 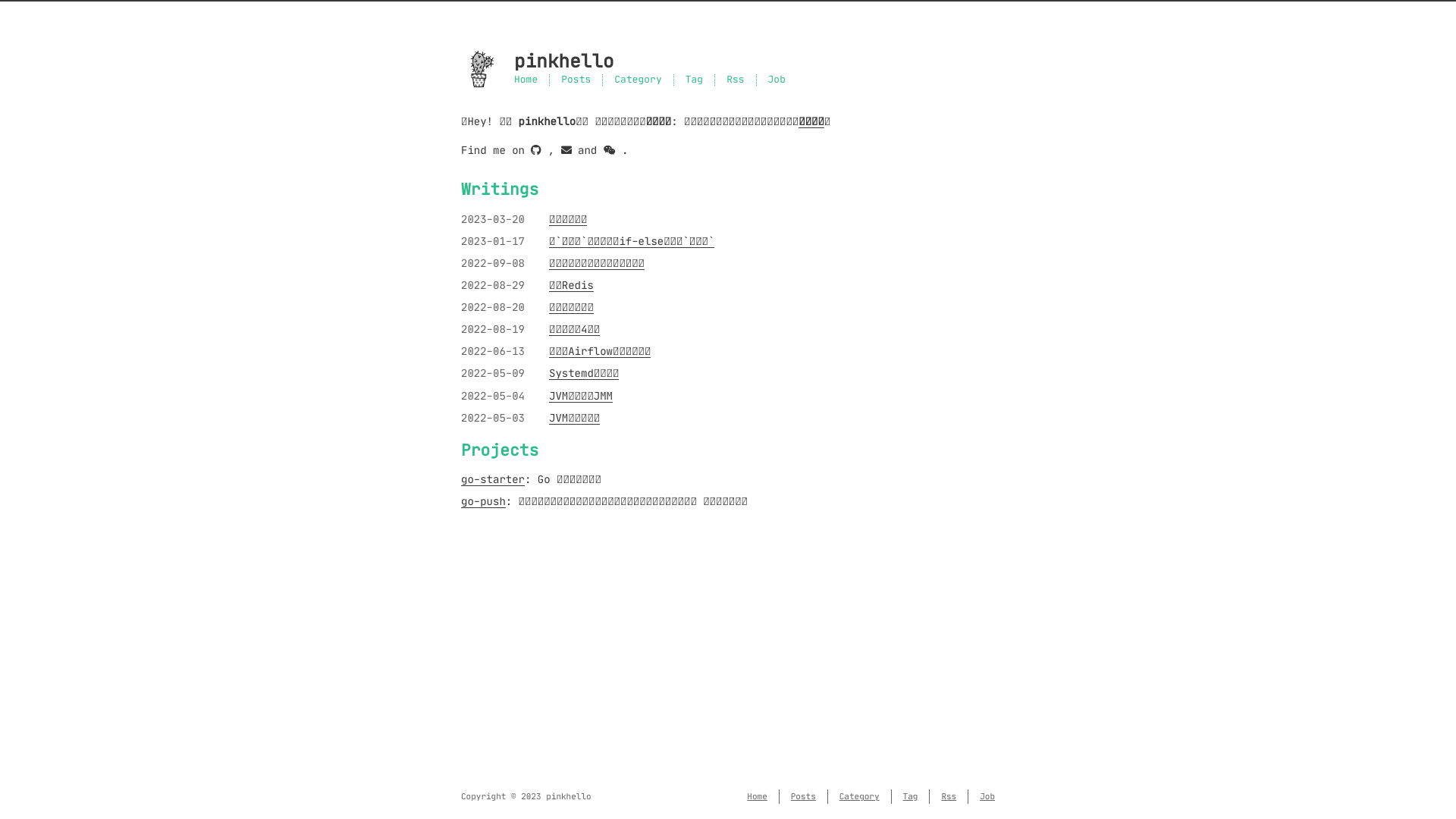 What do you see at coordinates (757, 795) in the screenshot?
I see `'Home'` at bounding box center [757, 795].